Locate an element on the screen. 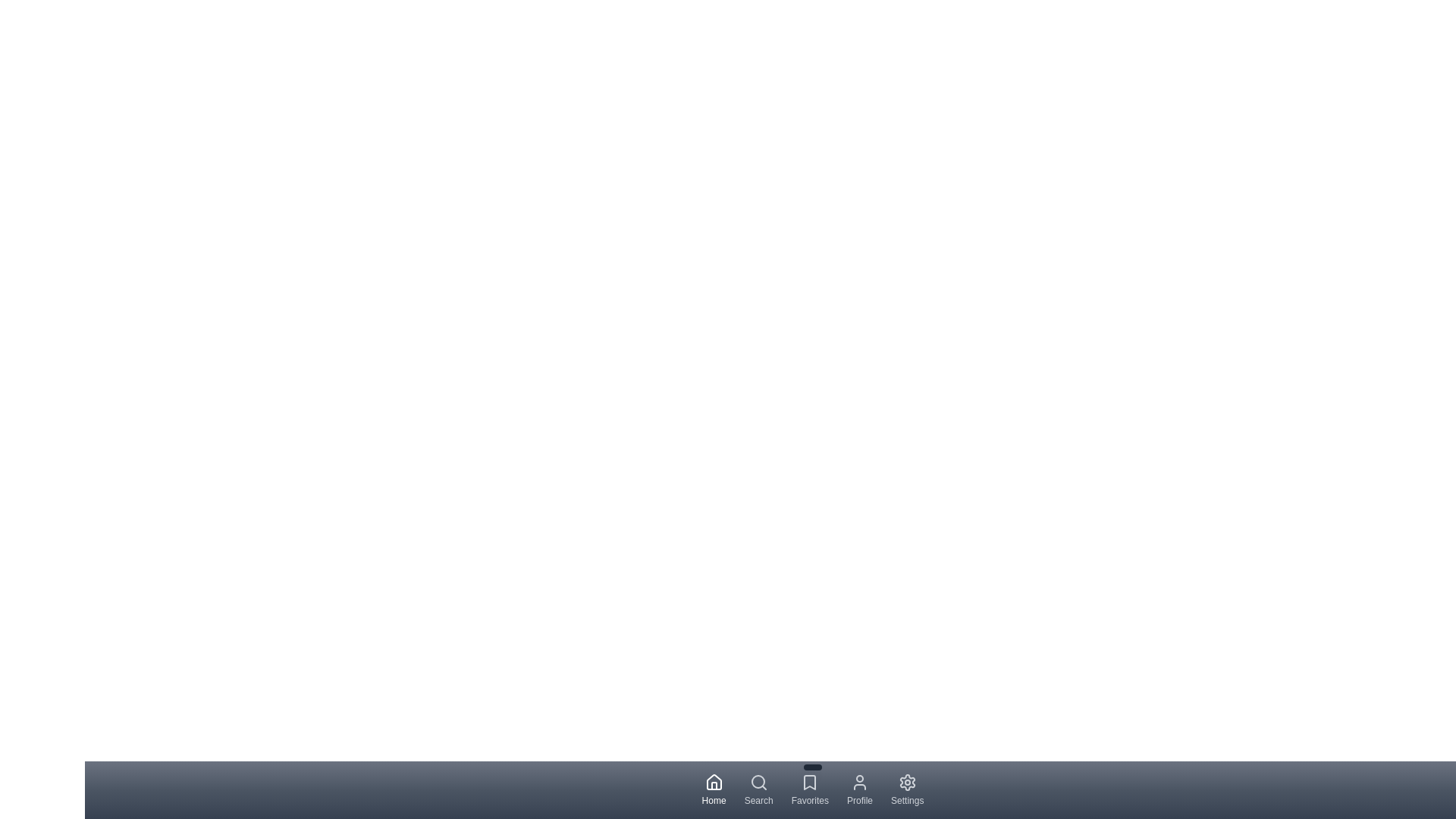 This screenshot has height=819, width=1456. the Settings tab to navigate to its respective section is located at coordinates (907, 789).